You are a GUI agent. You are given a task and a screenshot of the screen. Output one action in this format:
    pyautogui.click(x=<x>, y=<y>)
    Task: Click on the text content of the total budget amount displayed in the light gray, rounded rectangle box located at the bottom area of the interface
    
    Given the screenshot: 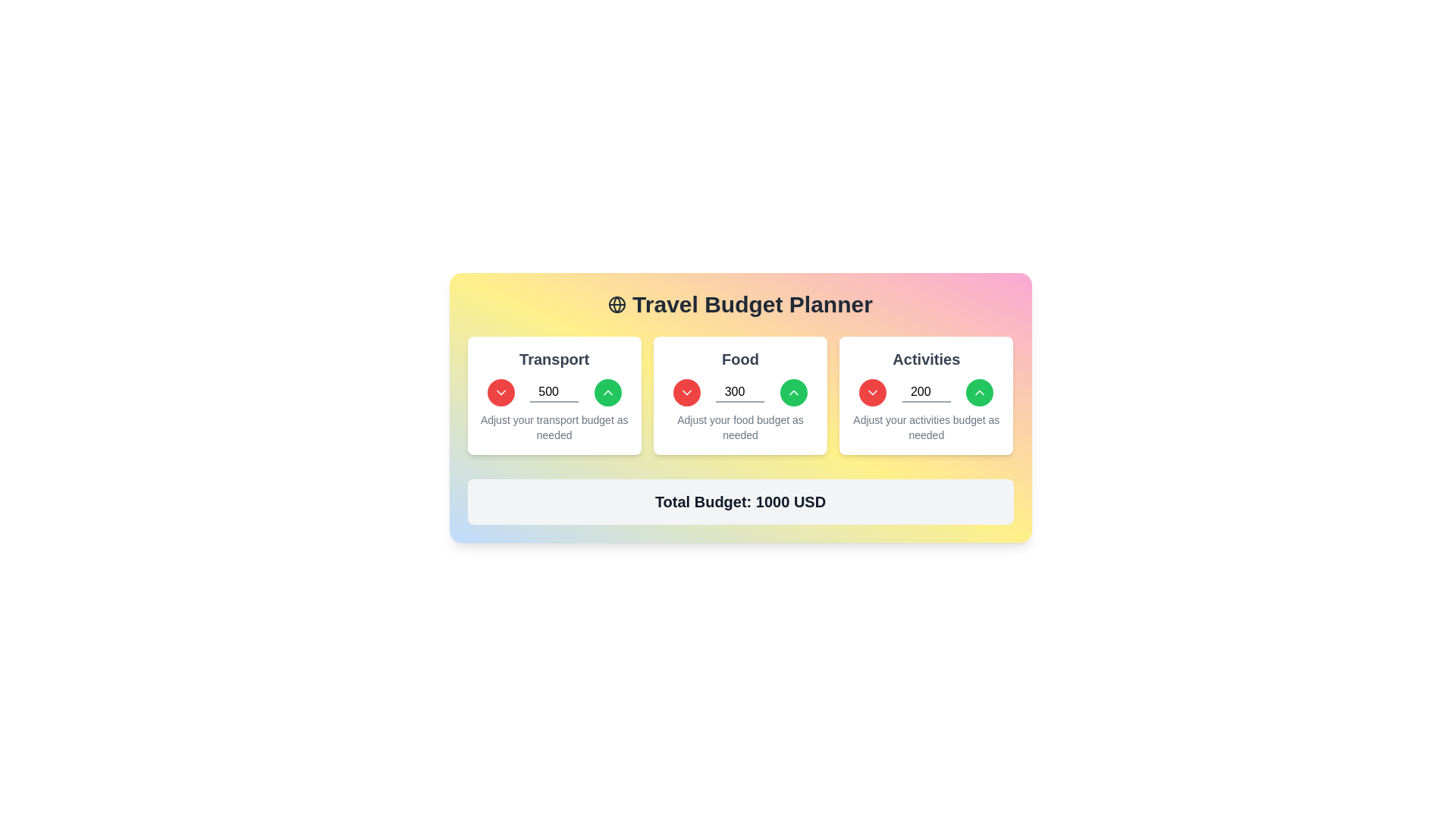 What is the action you would take?
    pyautogui.click(x=740, y=502)
    